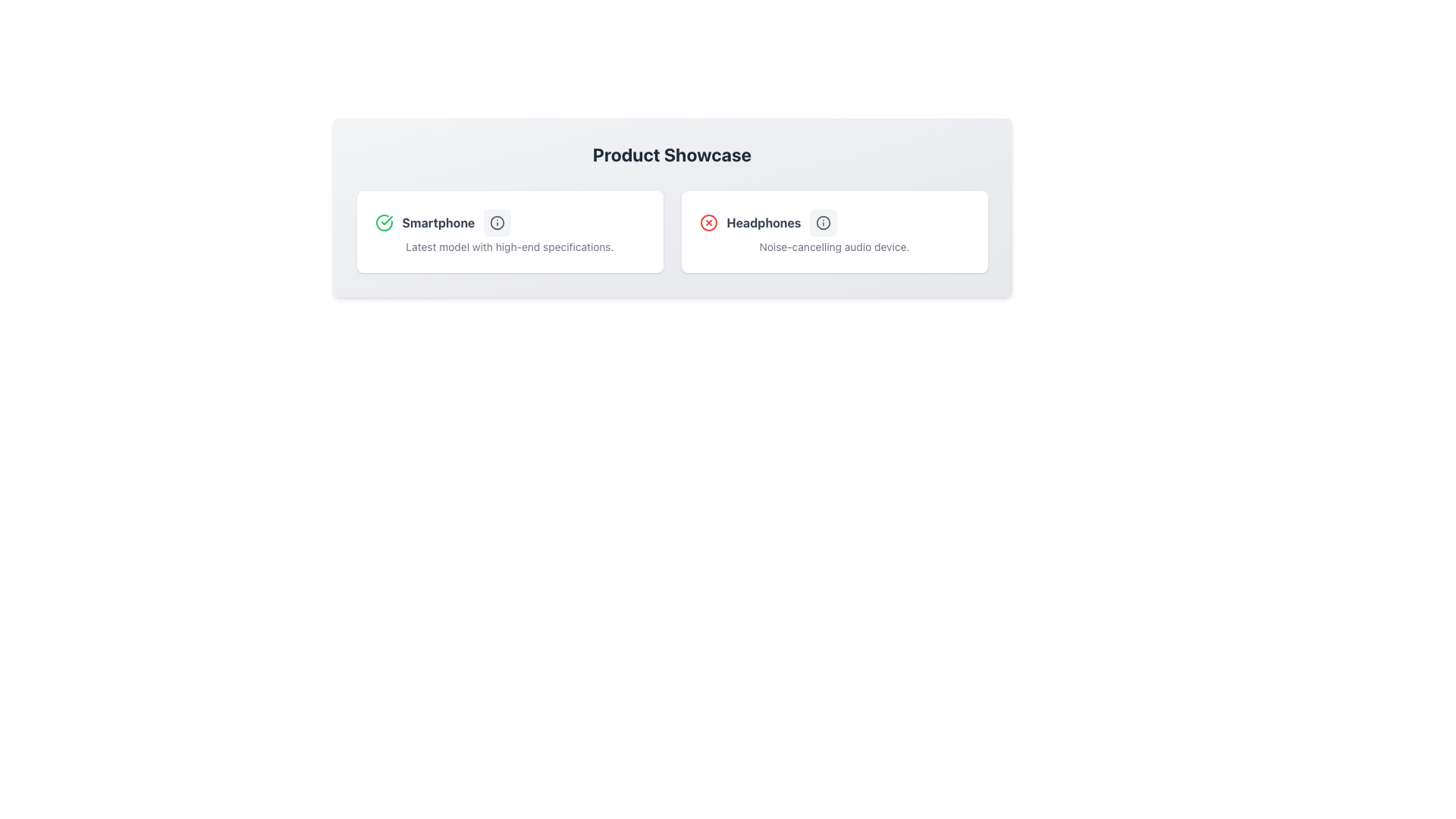 Image resolution: width=1456 pixels, height=819 pixels. I want to click on the graphical icon representing a successful or approved status for the 'Smartphone' product, located in the upper left region of the card labeled 'Smartphone.', so click(386, 220).